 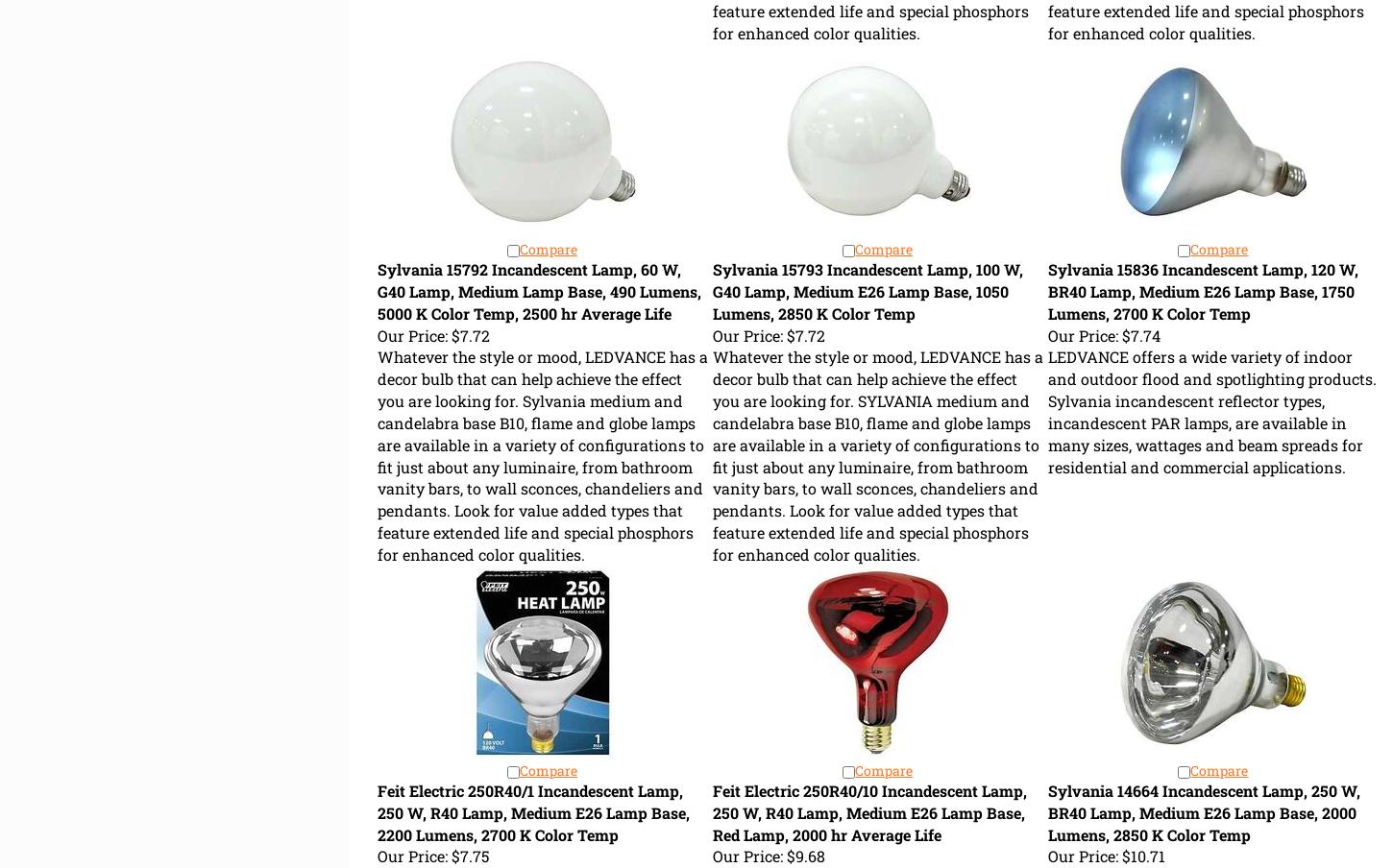 I want to click on 'Sylvania 14664 Incandescent Lamp, 250 W, BR40 Lamp, Medium E26 Lamp Base, 2000 Lumens, 2850 K Color Temp', so click(x=1203, y=810).